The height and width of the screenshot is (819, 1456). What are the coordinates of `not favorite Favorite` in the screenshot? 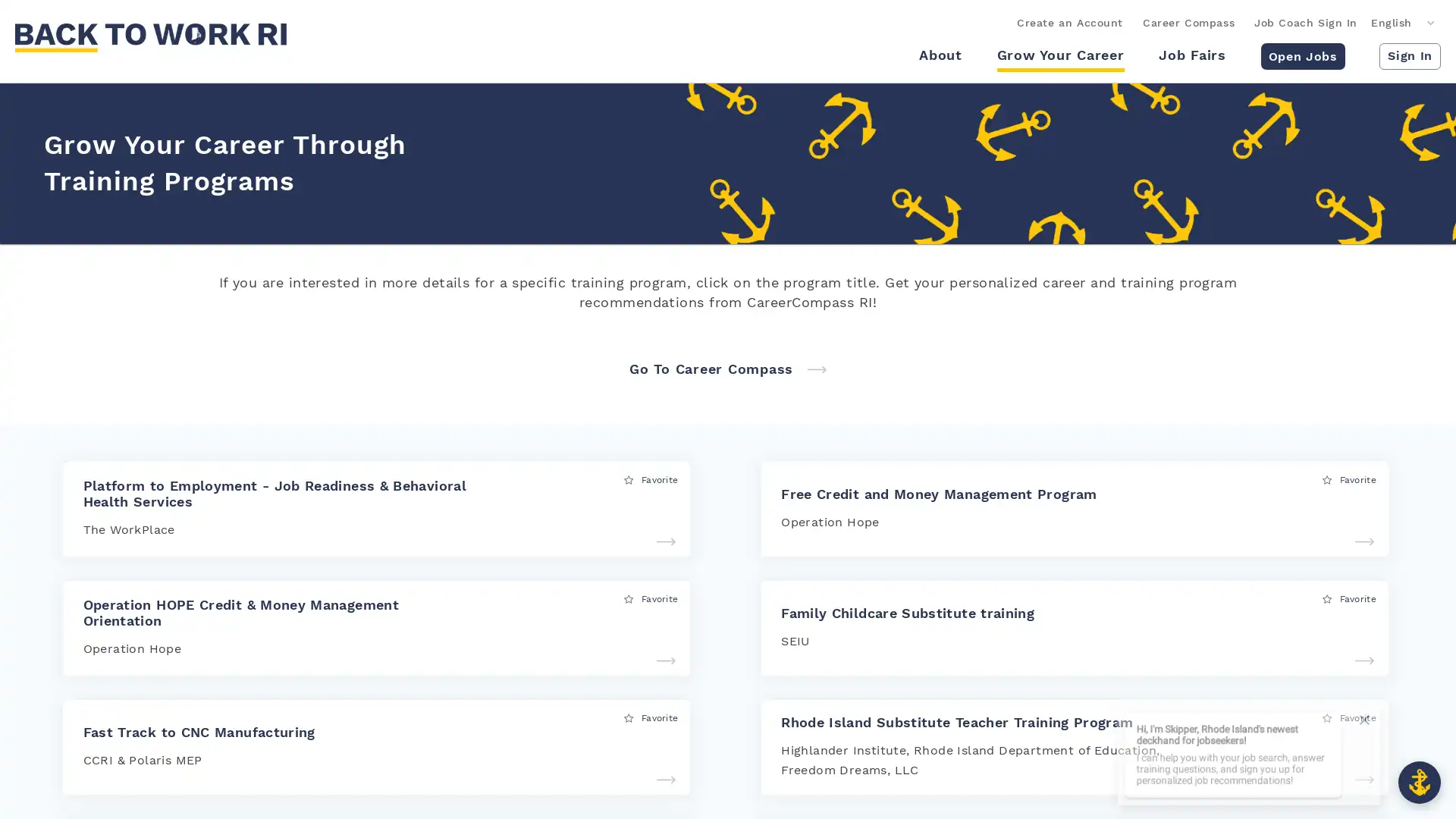 It's located at (651, 717).